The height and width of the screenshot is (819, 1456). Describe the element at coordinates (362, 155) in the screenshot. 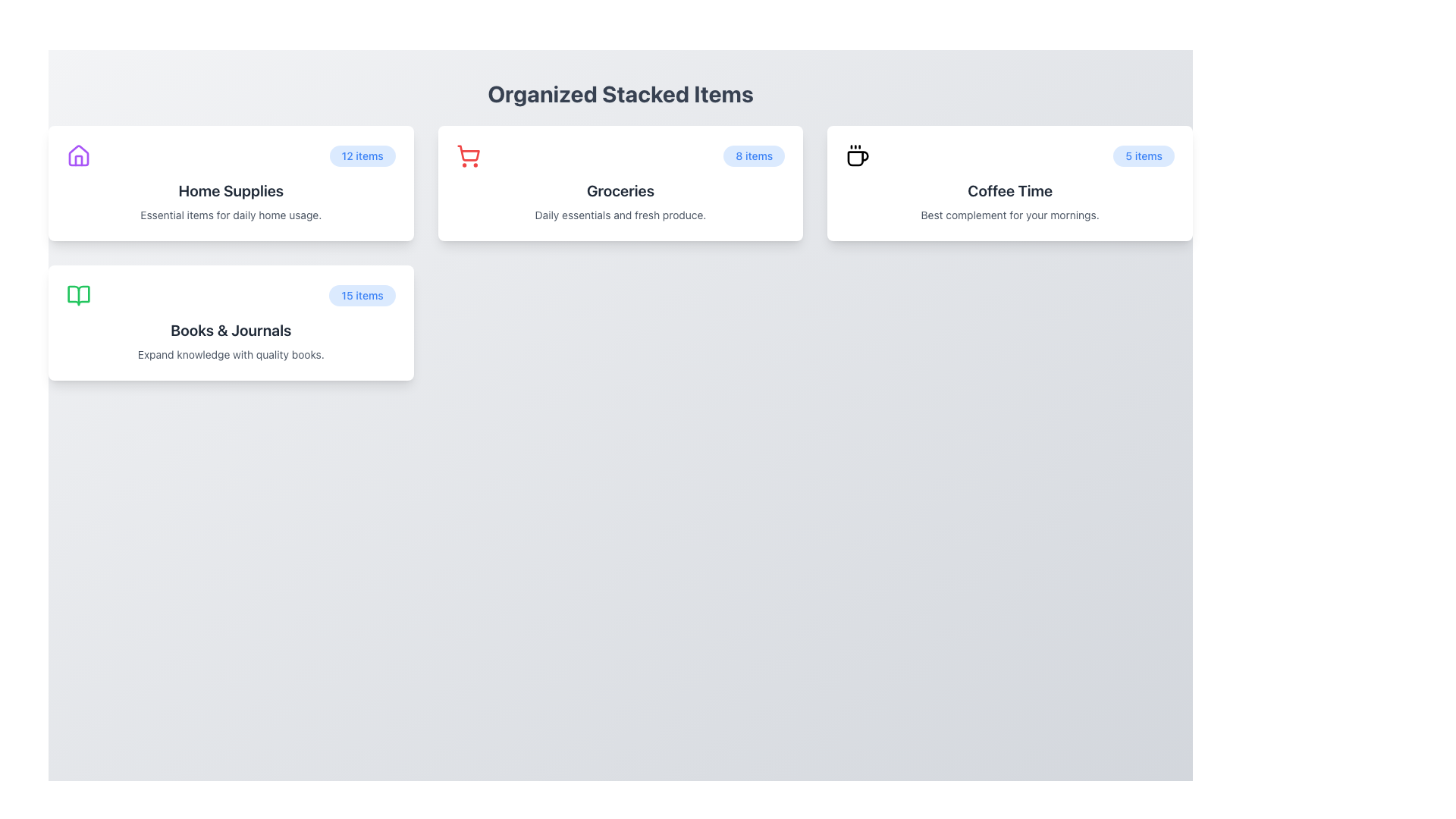

I see `the Text Badge displaying '12 items' located in the upper-right corner of the 'Home Supplies' card` at that location.